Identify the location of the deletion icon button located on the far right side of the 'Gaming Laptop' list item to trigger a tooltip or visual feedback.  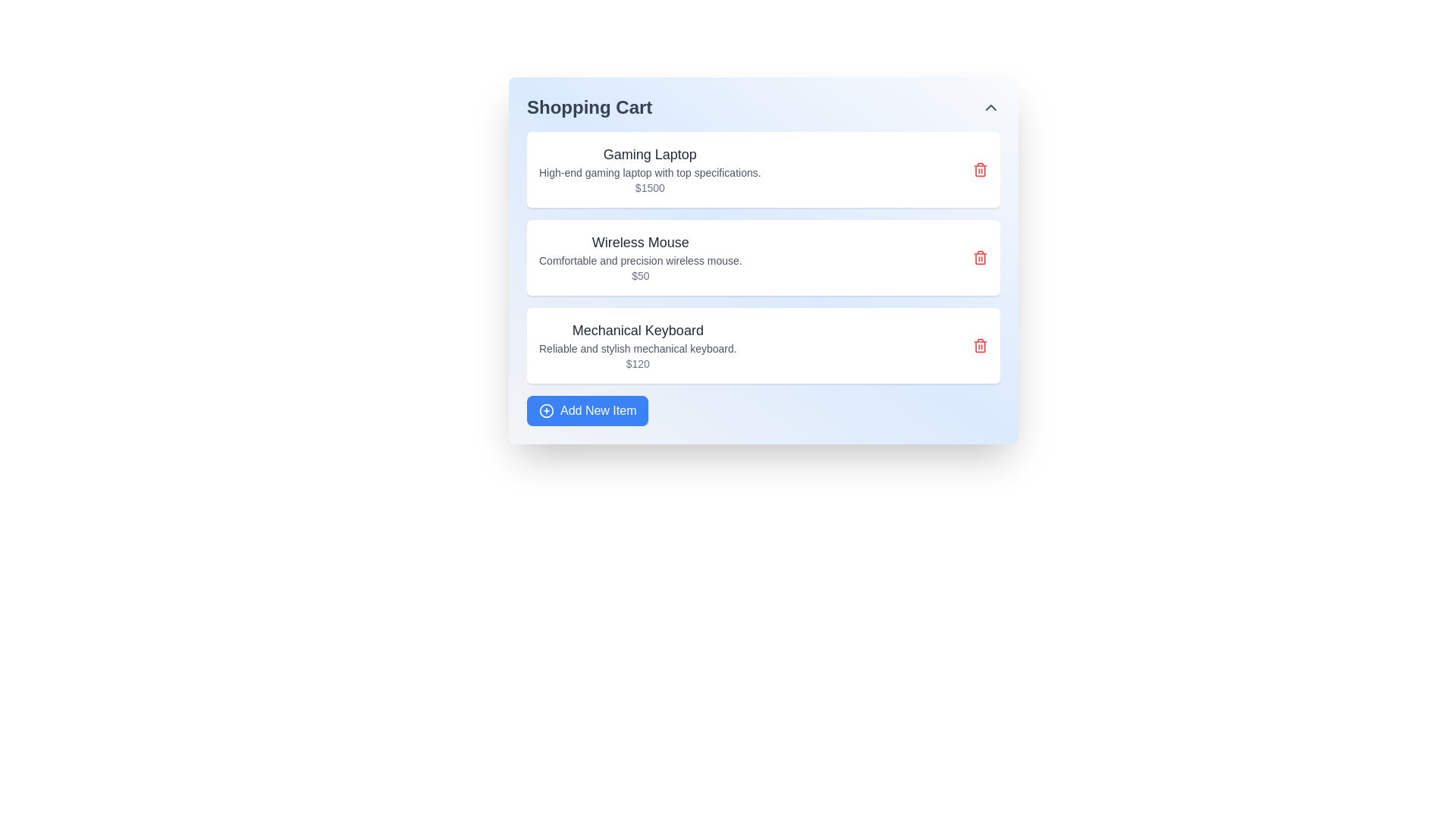
(980, 169).